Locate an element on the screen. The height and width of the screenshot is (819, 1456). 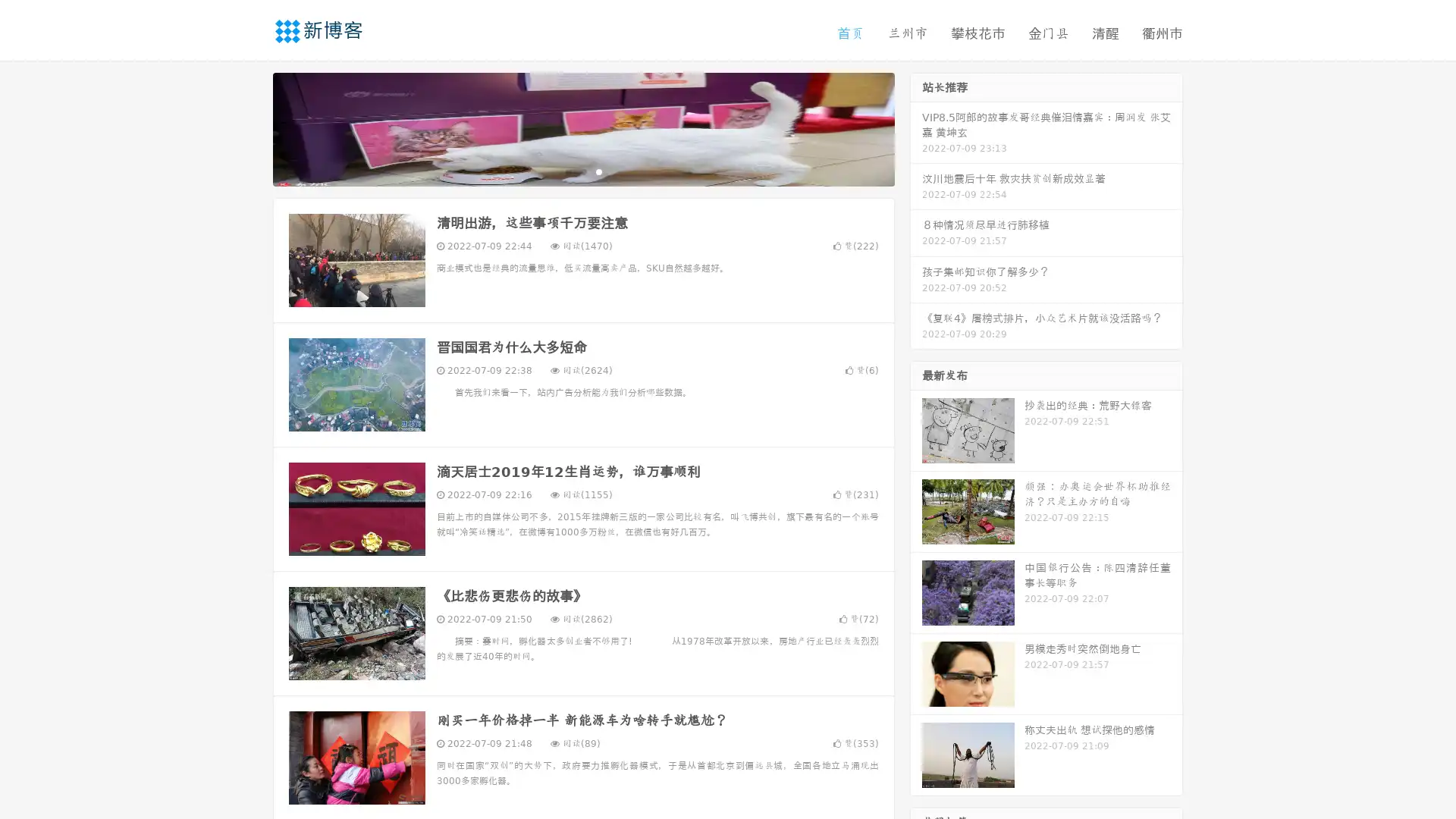
Go to slide 2 is located at coordinates (582, 171).